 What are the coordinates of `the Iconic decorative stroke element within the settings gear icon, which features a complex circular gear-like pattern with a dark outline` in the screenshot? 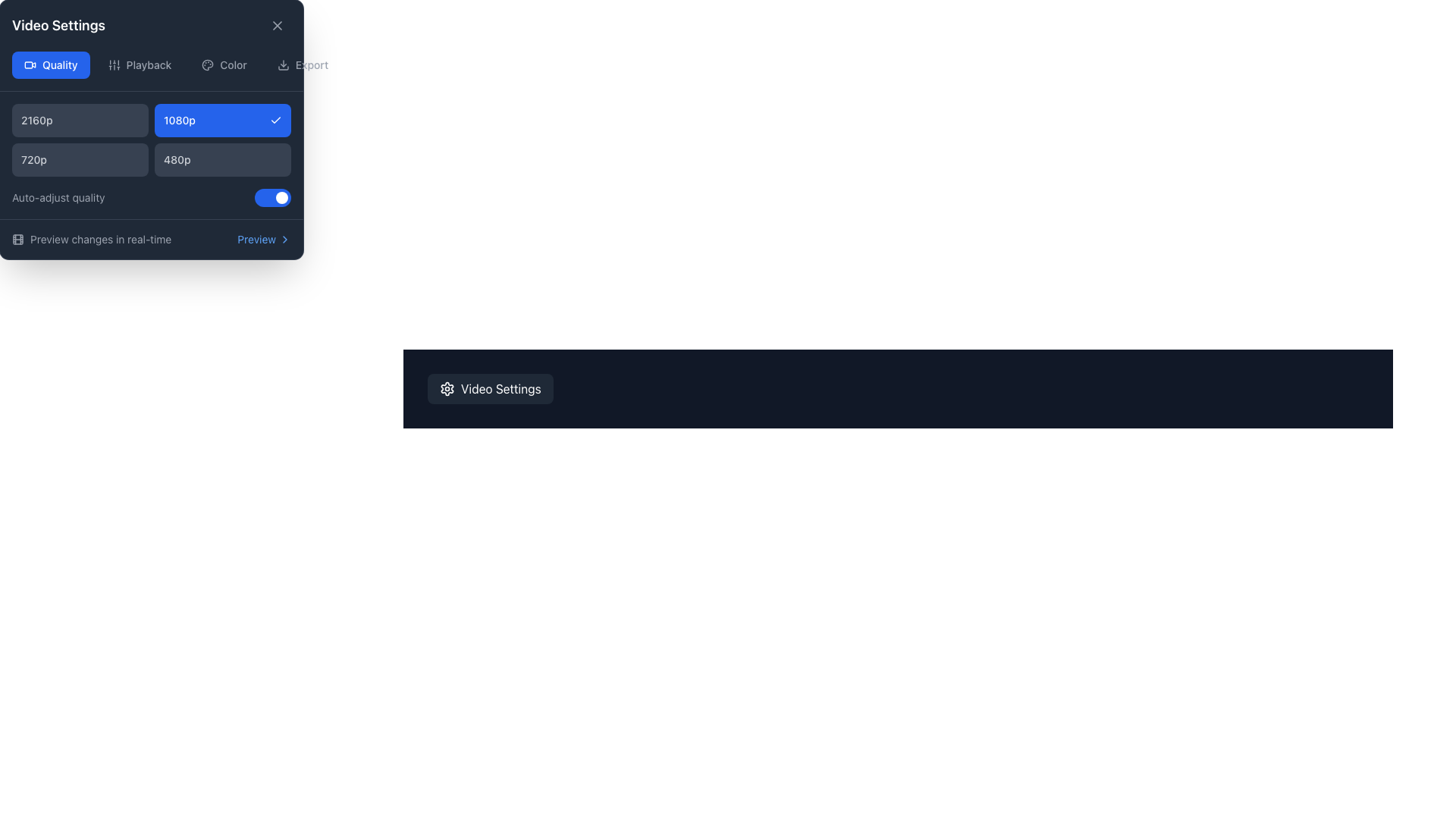 It's located at (447, 388).